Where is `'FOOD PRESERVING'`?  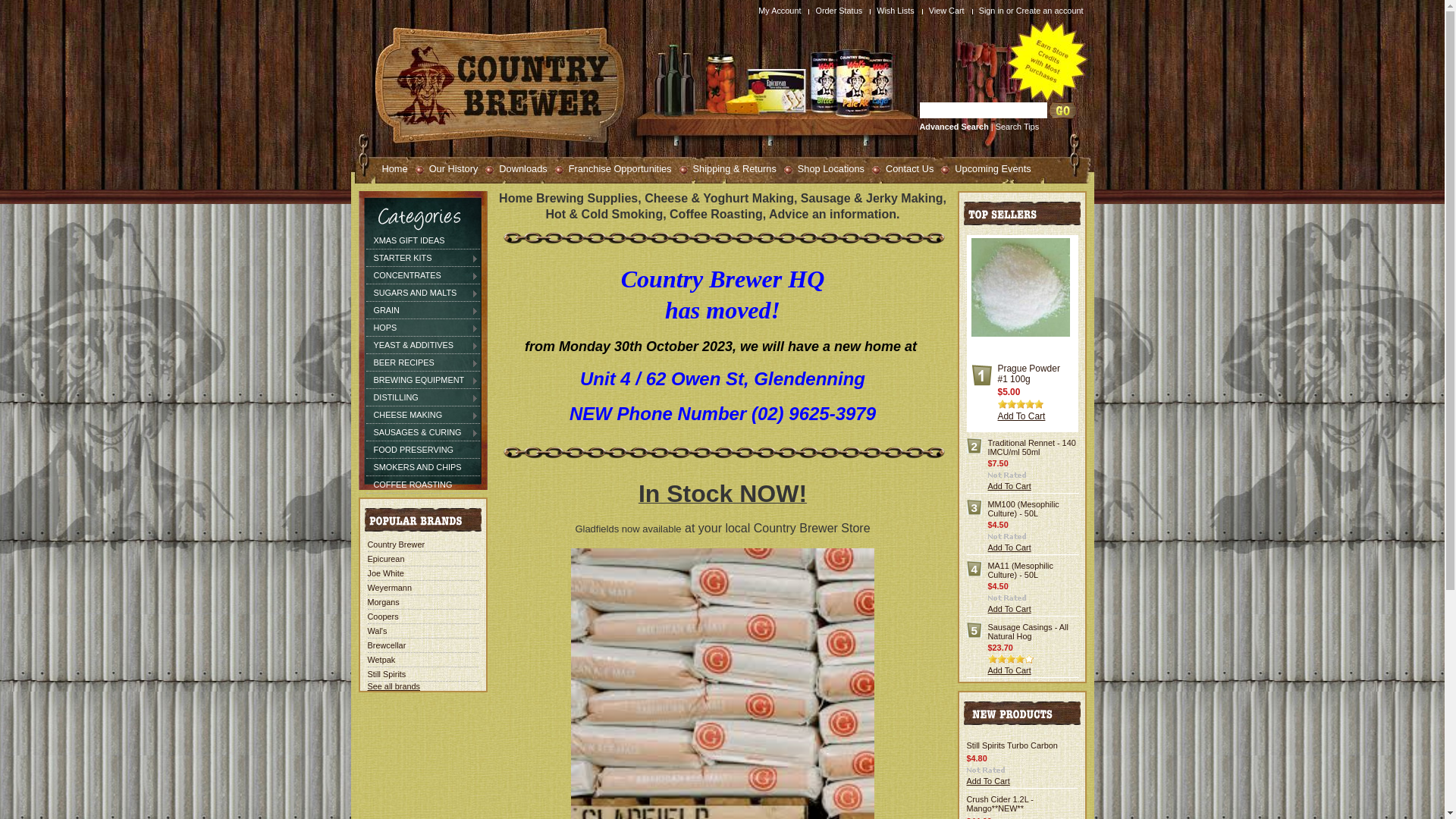
'FOOD PRESERVING' is located at coordinates (422, 449).